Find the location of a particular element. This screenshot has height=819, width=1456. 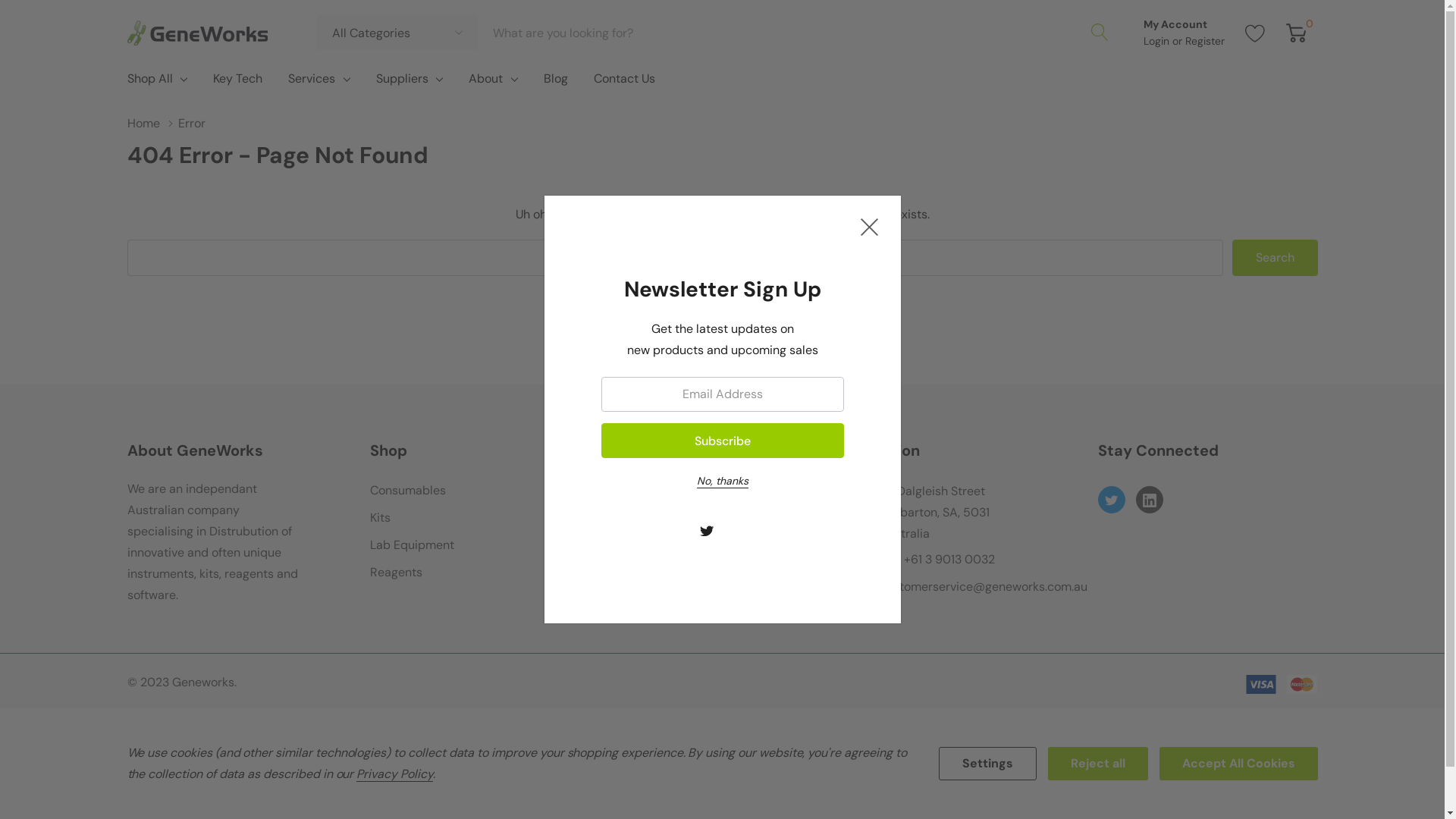

'Open Linkedin in a new tab' is located at coordinates (1149, 500).